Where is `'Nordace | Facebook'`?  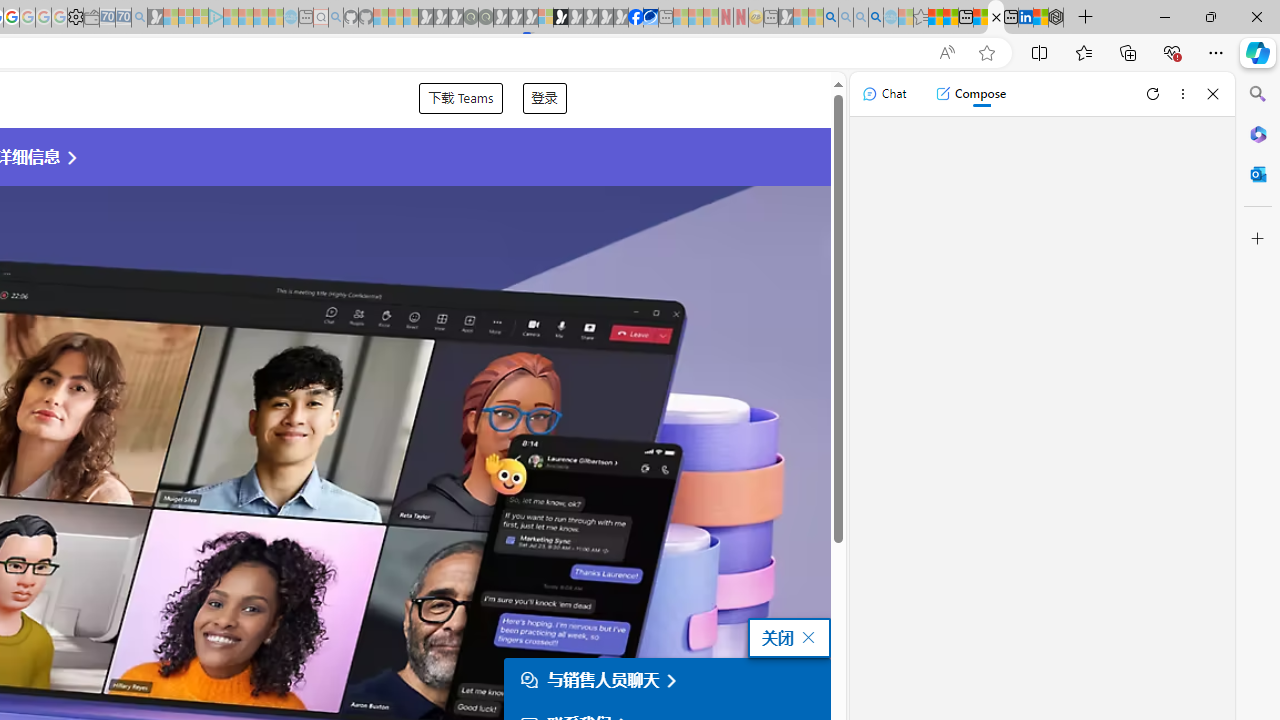 'Nordace | Facebook' is located at coordinates (634, 17).